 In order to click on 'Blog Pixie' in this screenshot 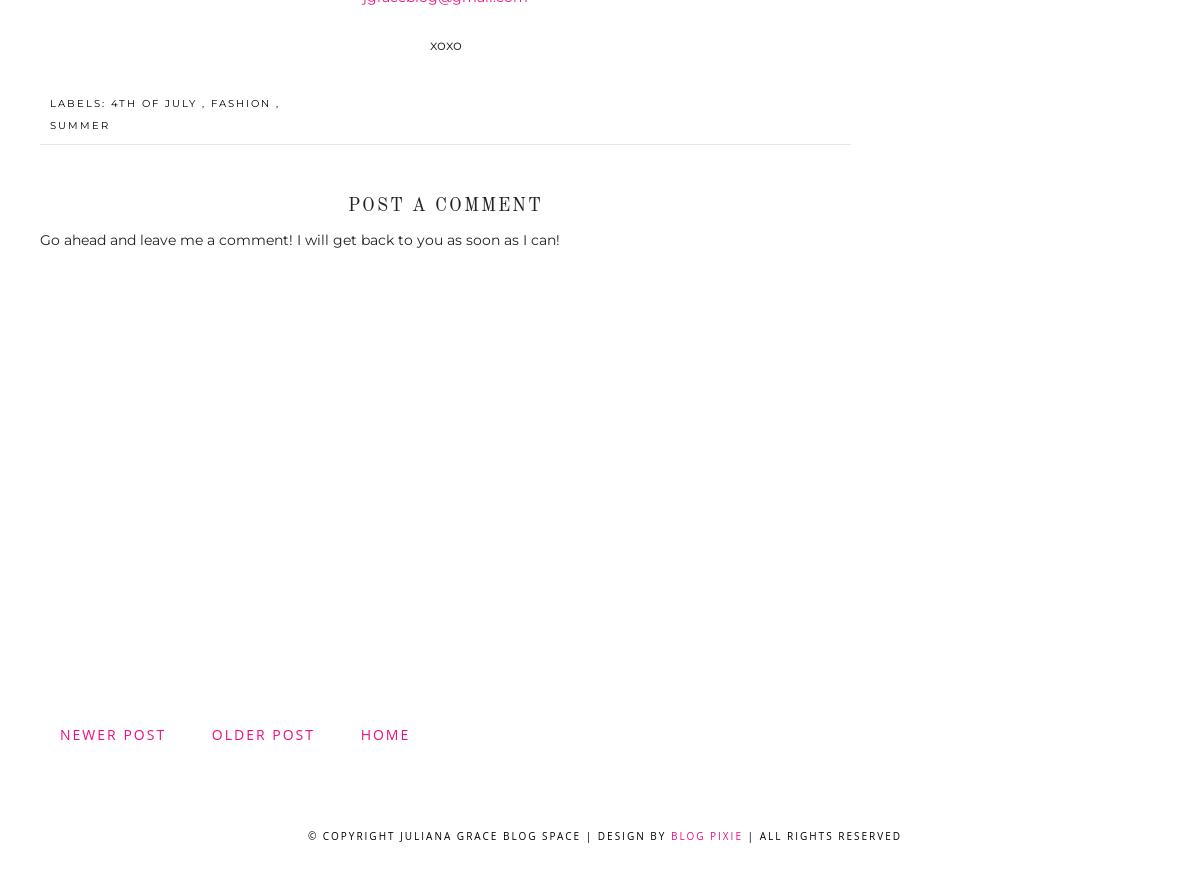, I will do `click(705, 835)`.